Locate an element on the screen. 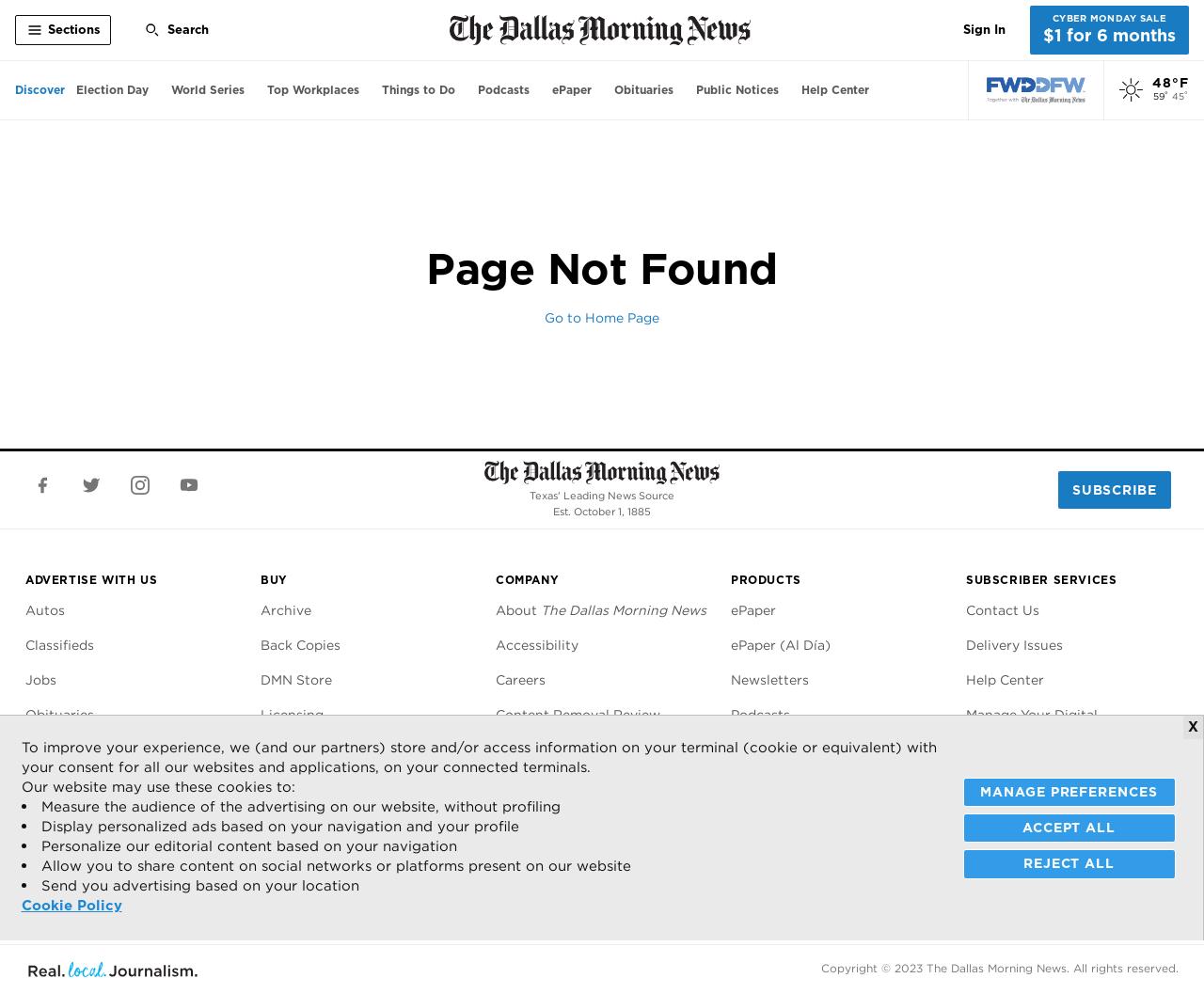  'Careers' is located at coordinates (495, 678).